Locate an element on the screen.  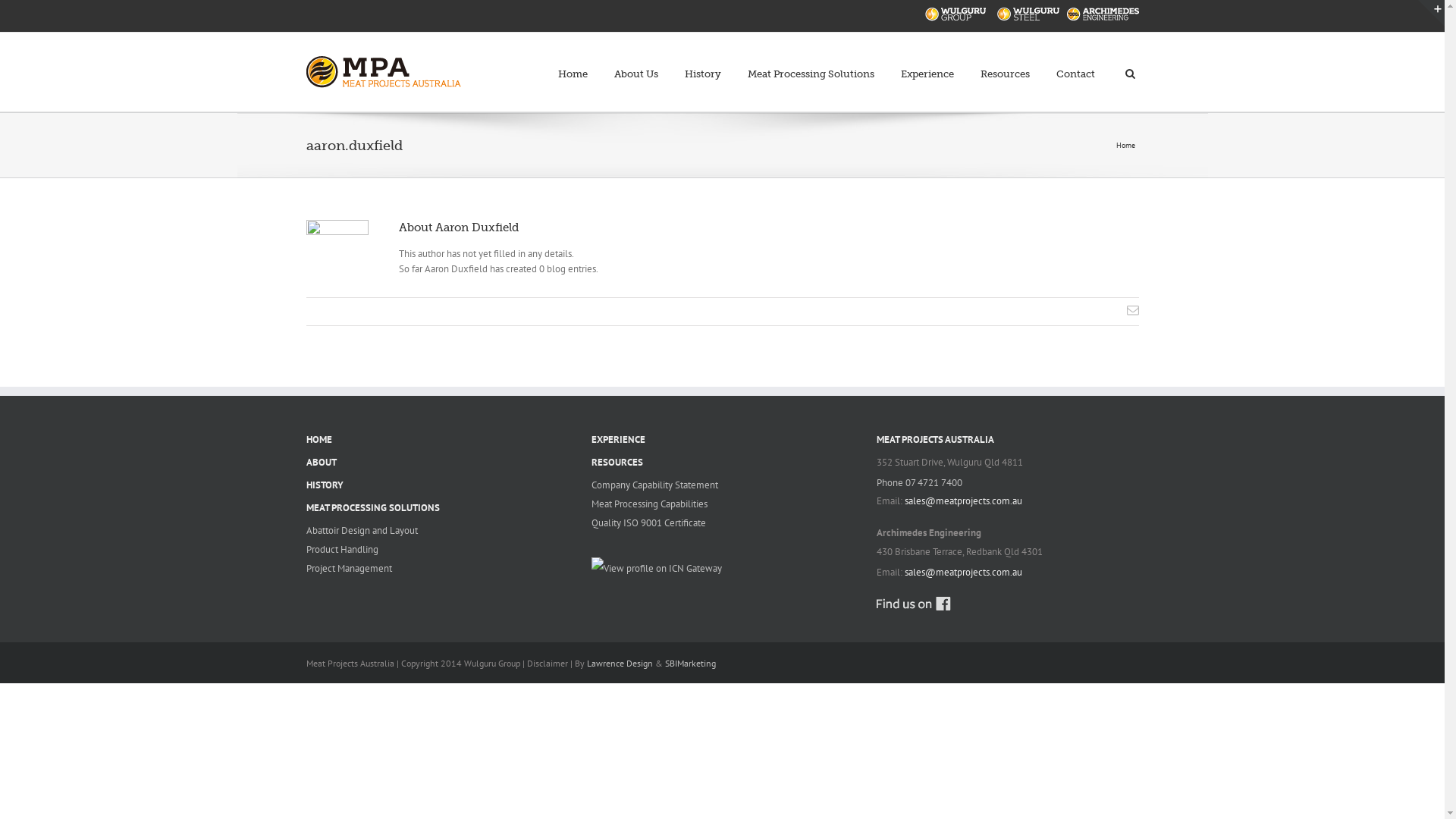
'Lawrence Design' is located at coordinates (620, 662).